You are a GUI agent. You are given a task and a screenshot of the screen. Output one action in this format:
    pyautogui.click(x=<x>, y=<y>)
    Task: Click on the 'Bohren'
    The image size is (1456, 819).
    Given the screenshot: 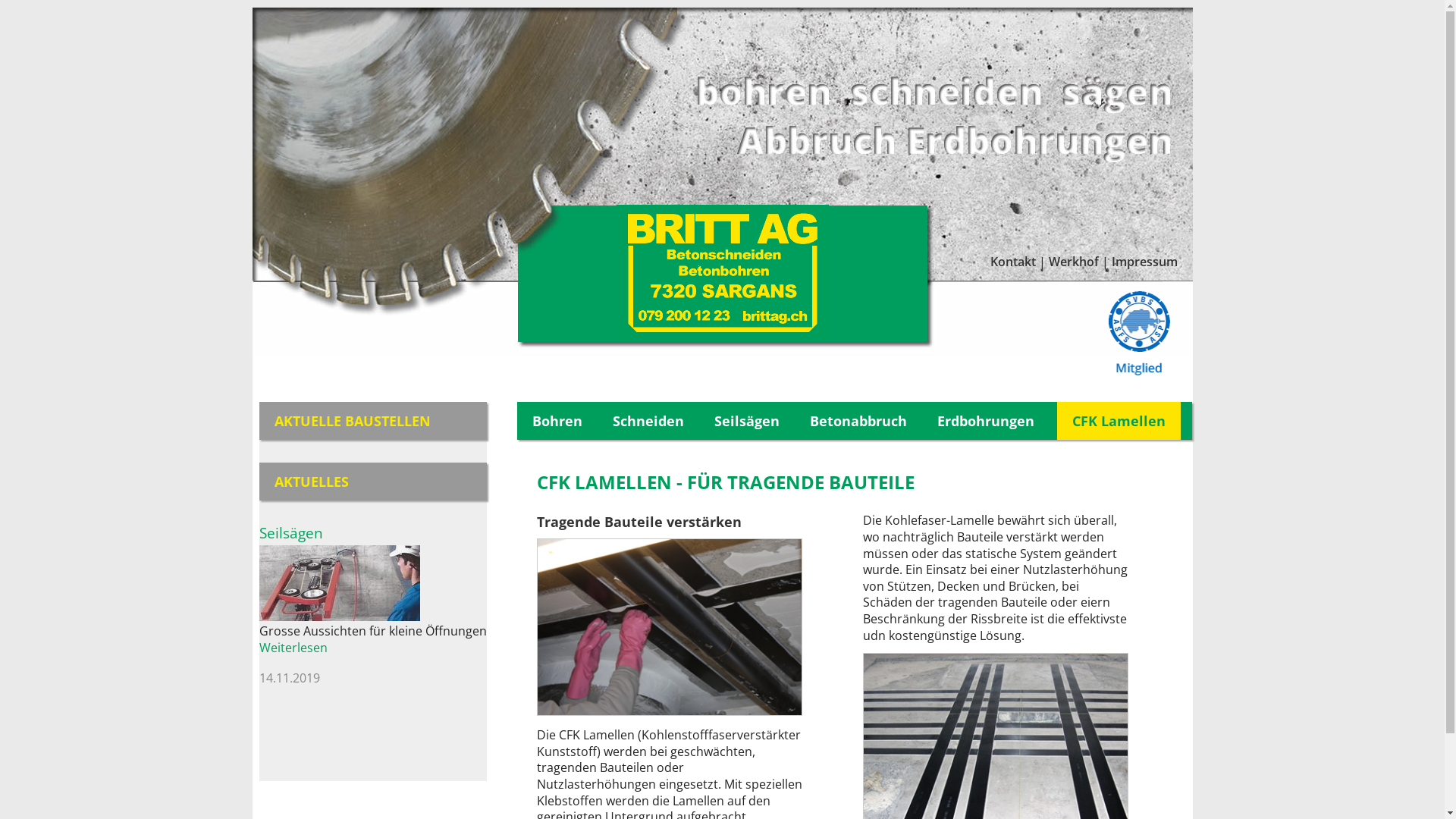 What is the action you would take?
    pyautogui.click(x=516, y=421)
    